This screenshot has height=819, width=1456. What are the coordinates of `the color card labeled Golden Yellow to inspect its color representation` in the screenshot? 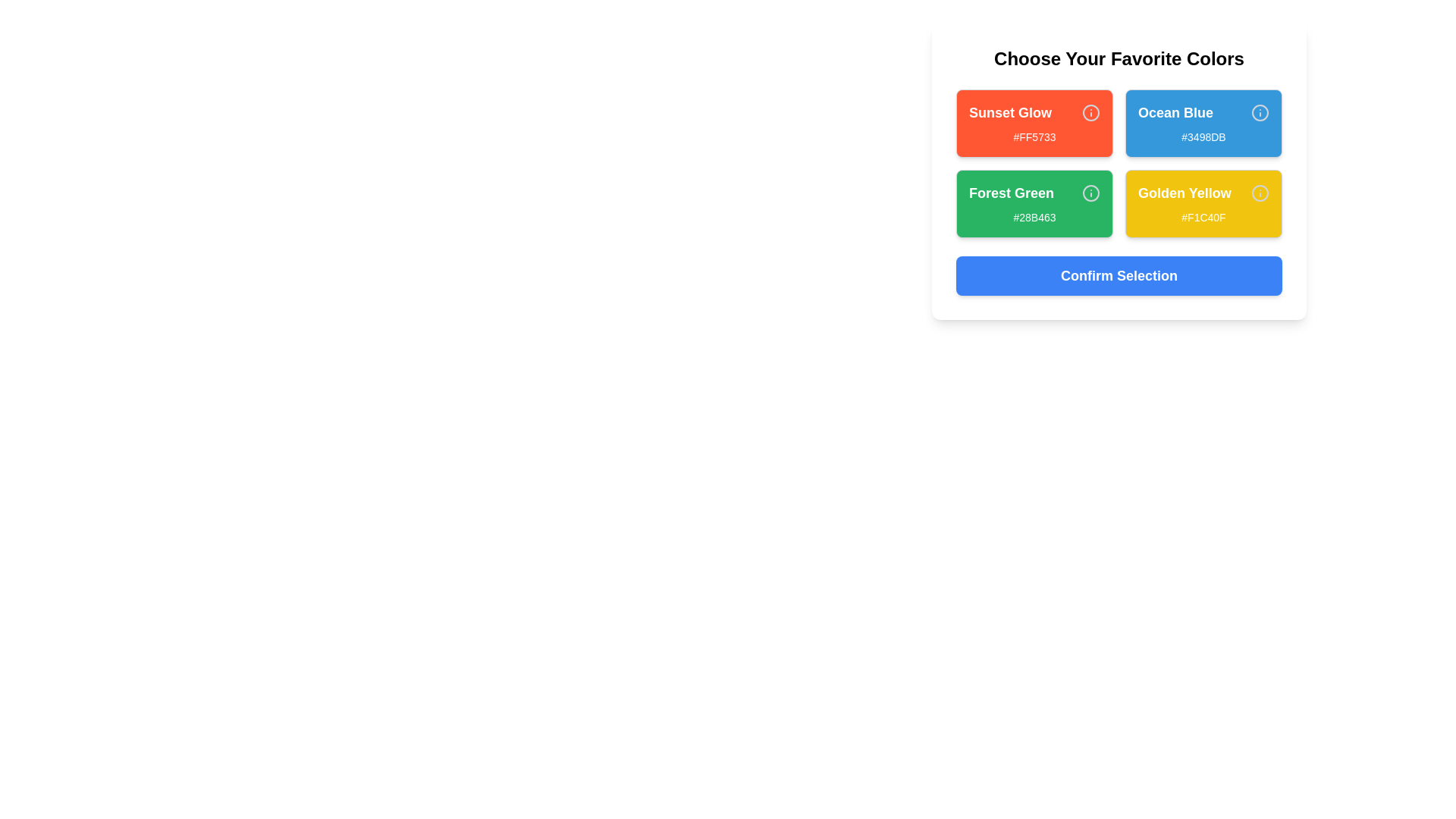 It's located at (1203, 203).